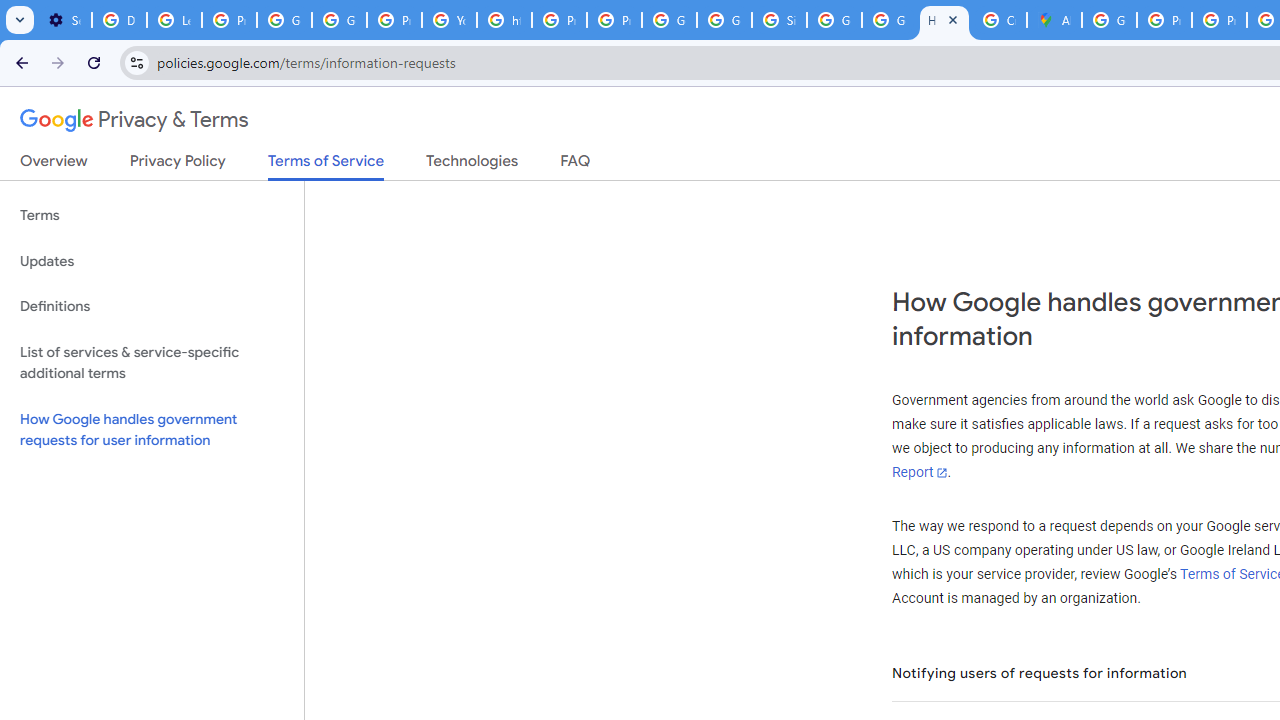 The image size is (1280, 720). Describe the element at coordinates (283, 20) in the screenshot. I see `'Google Account Help'` at that location.